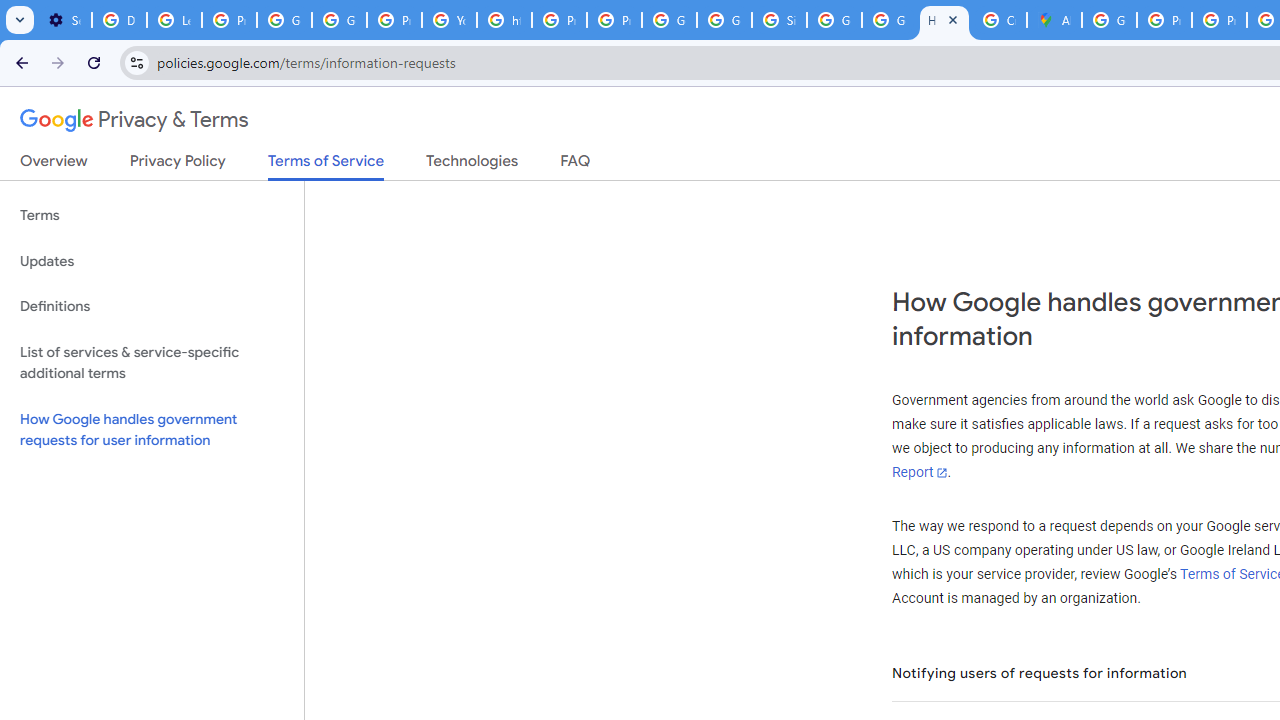 The image size is (1280, 720). Describe the element at coordinates (283, 20) in the screenshot. I see `'Google Account Help'` at that location.